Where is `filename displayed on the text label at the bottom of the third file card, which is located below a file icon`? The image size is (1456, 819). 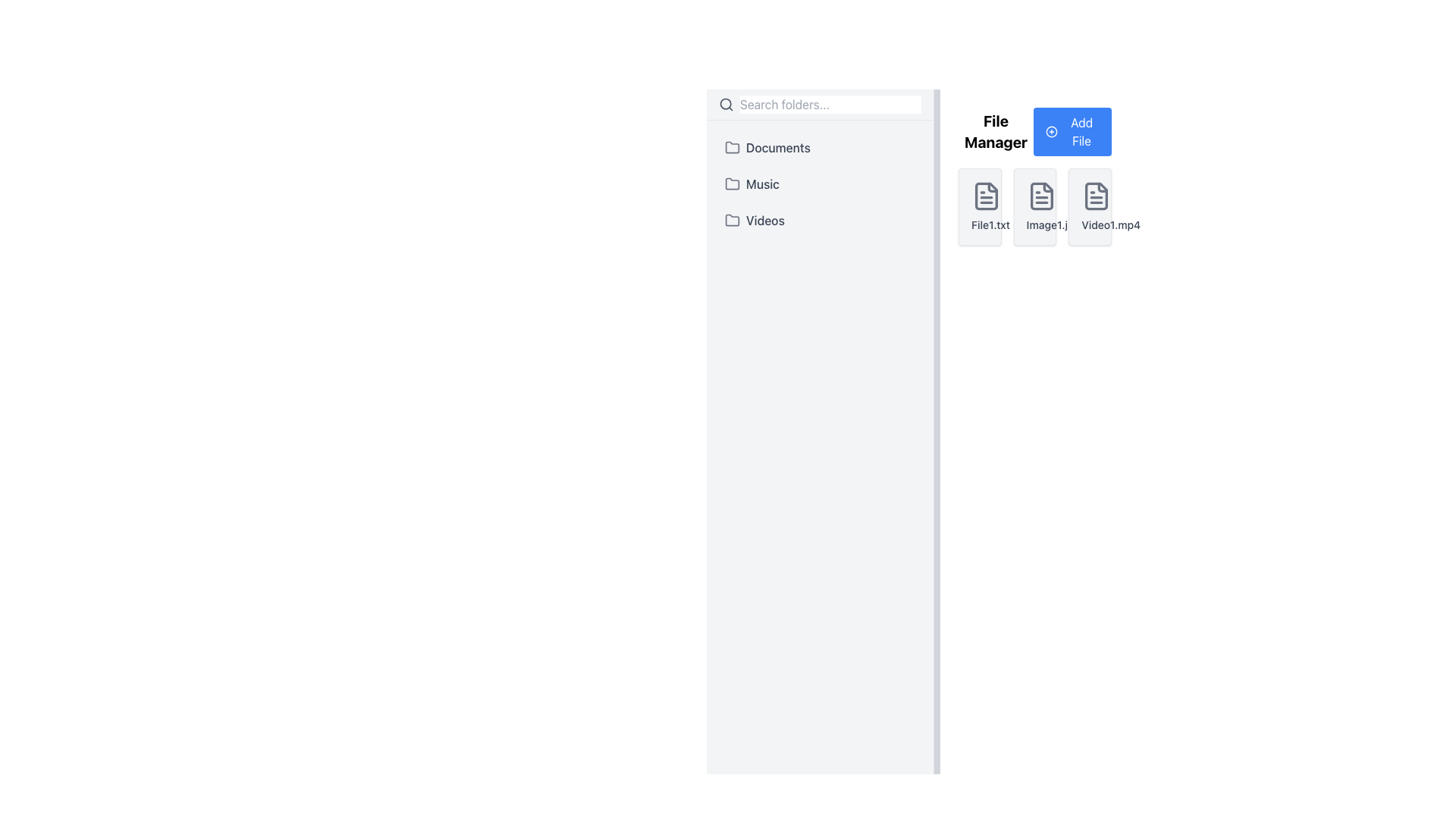 filename displayed on the text label at the bottom of the third file card, which is located below a file icon is located at coordinates (1089, 225).